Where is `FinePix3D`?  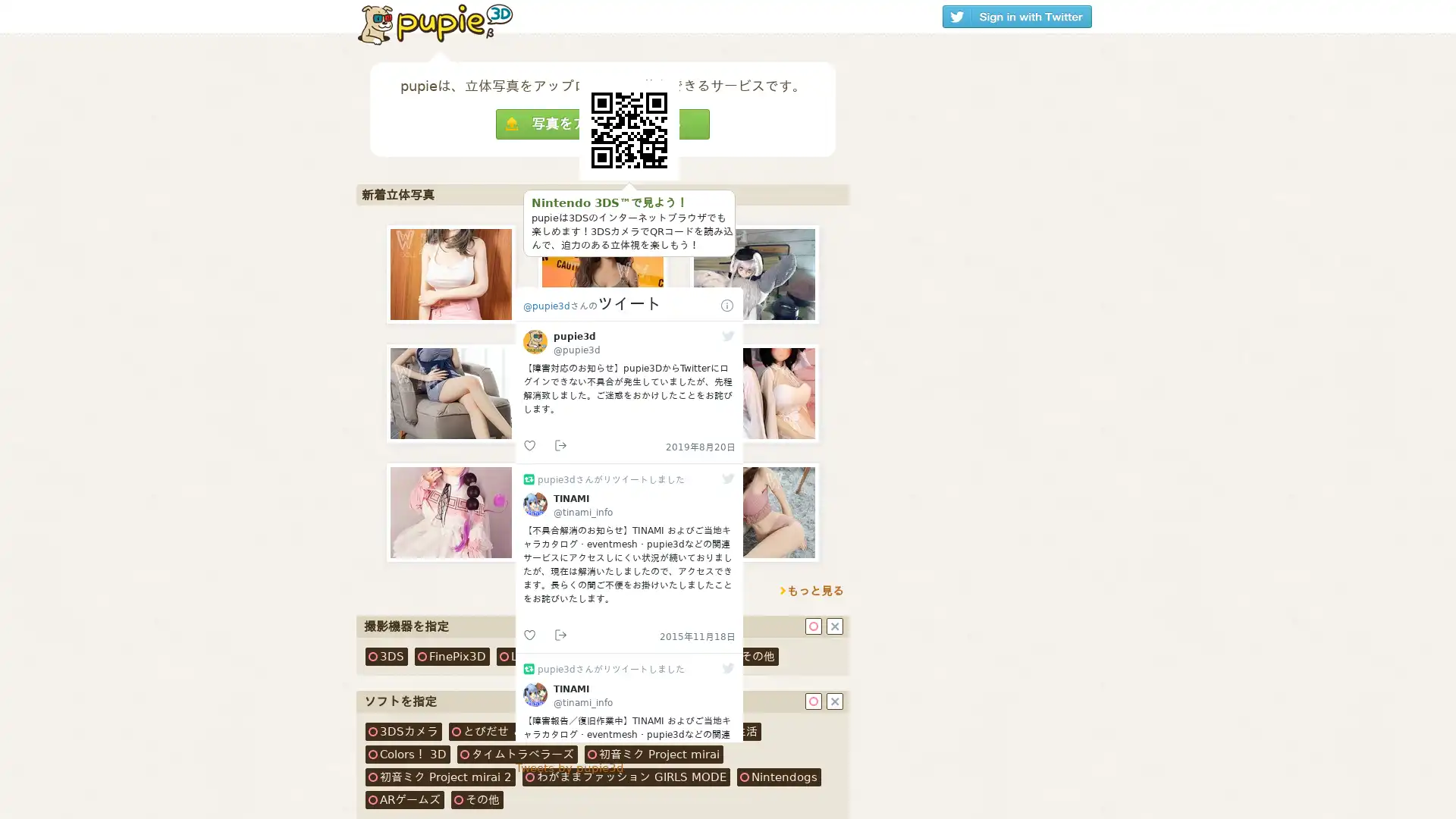 FinePix3D is located at coordinates (451, 656).